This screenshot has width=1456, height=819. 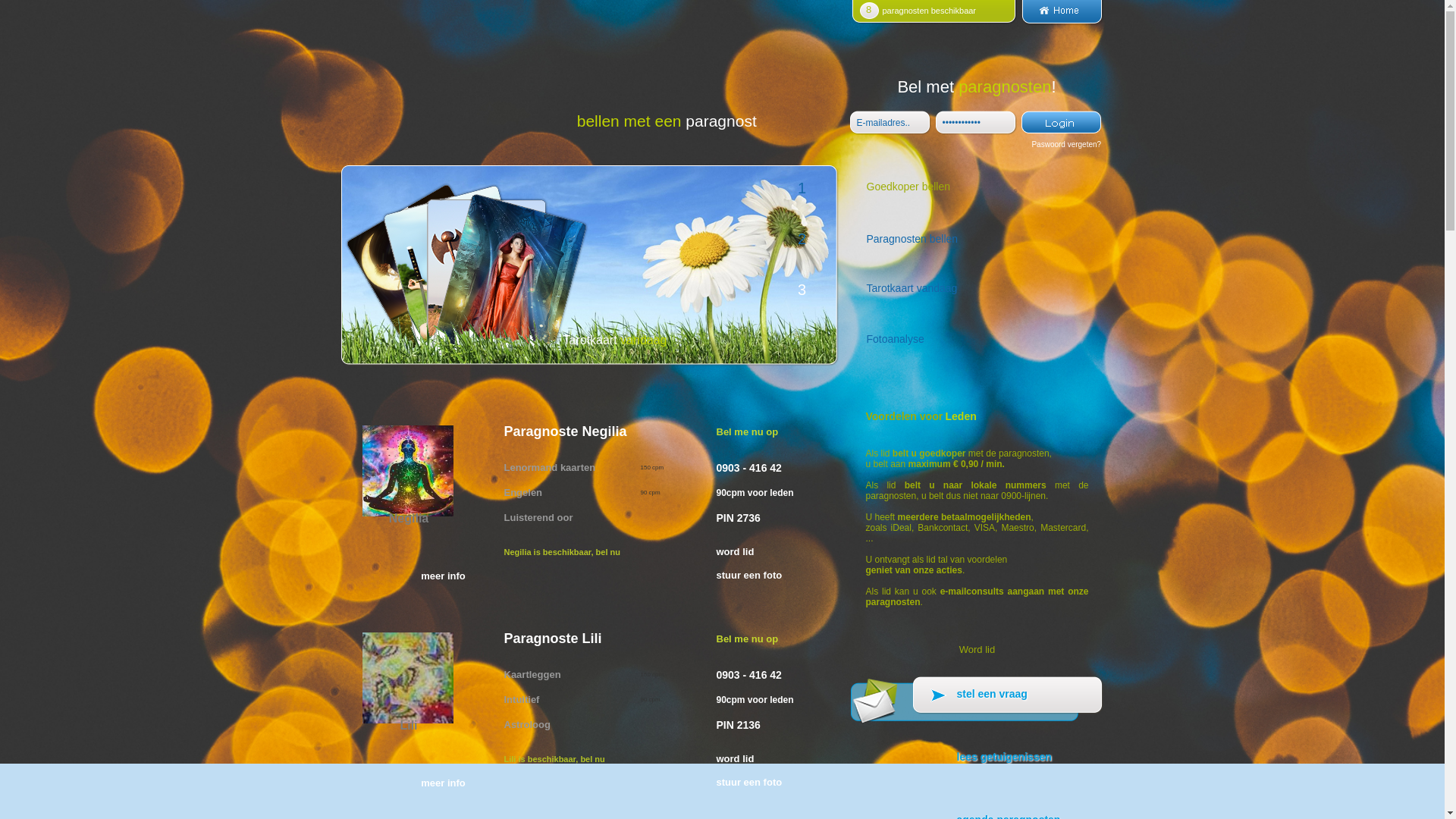 I want to click on '8 paragnosten beschikbaar - bekijk ze allemaal', so click(x=934, y=20).